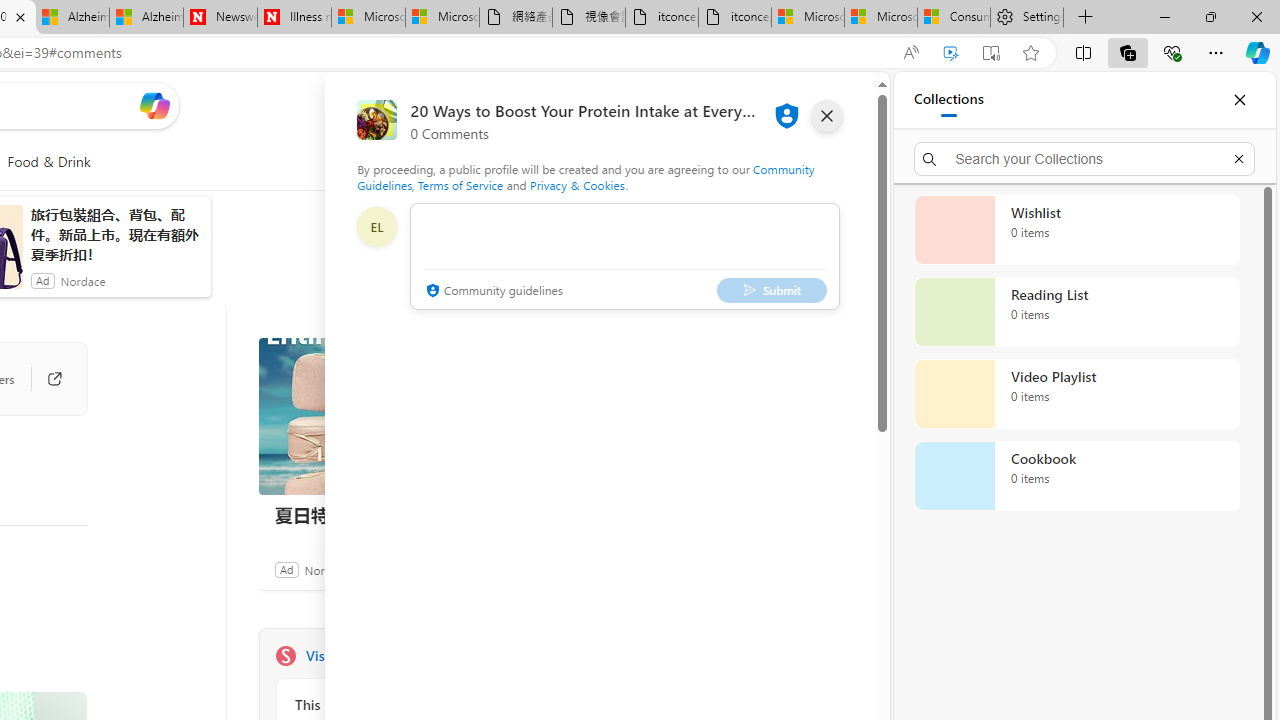 Image resolution: width=1280 pixels, height=720 pixels. Describe the element at coordinates (492, 291) in the screenshot. I see `'Community guidelines'` at that location.